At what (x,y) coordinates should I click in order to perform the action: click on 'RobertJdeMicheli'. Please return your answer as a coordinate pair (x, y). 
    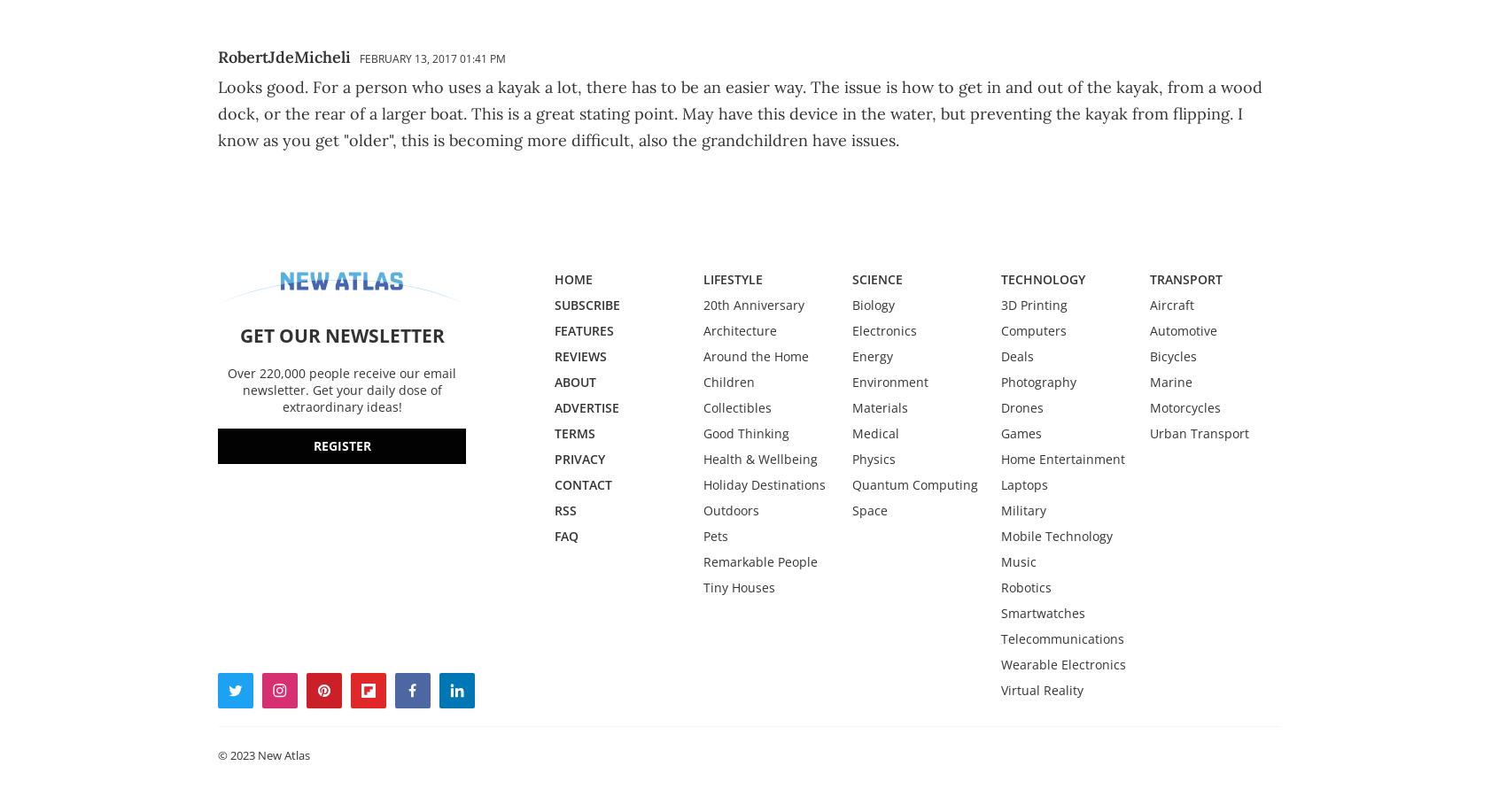
    Looking at the image, I should click on (218, 57).